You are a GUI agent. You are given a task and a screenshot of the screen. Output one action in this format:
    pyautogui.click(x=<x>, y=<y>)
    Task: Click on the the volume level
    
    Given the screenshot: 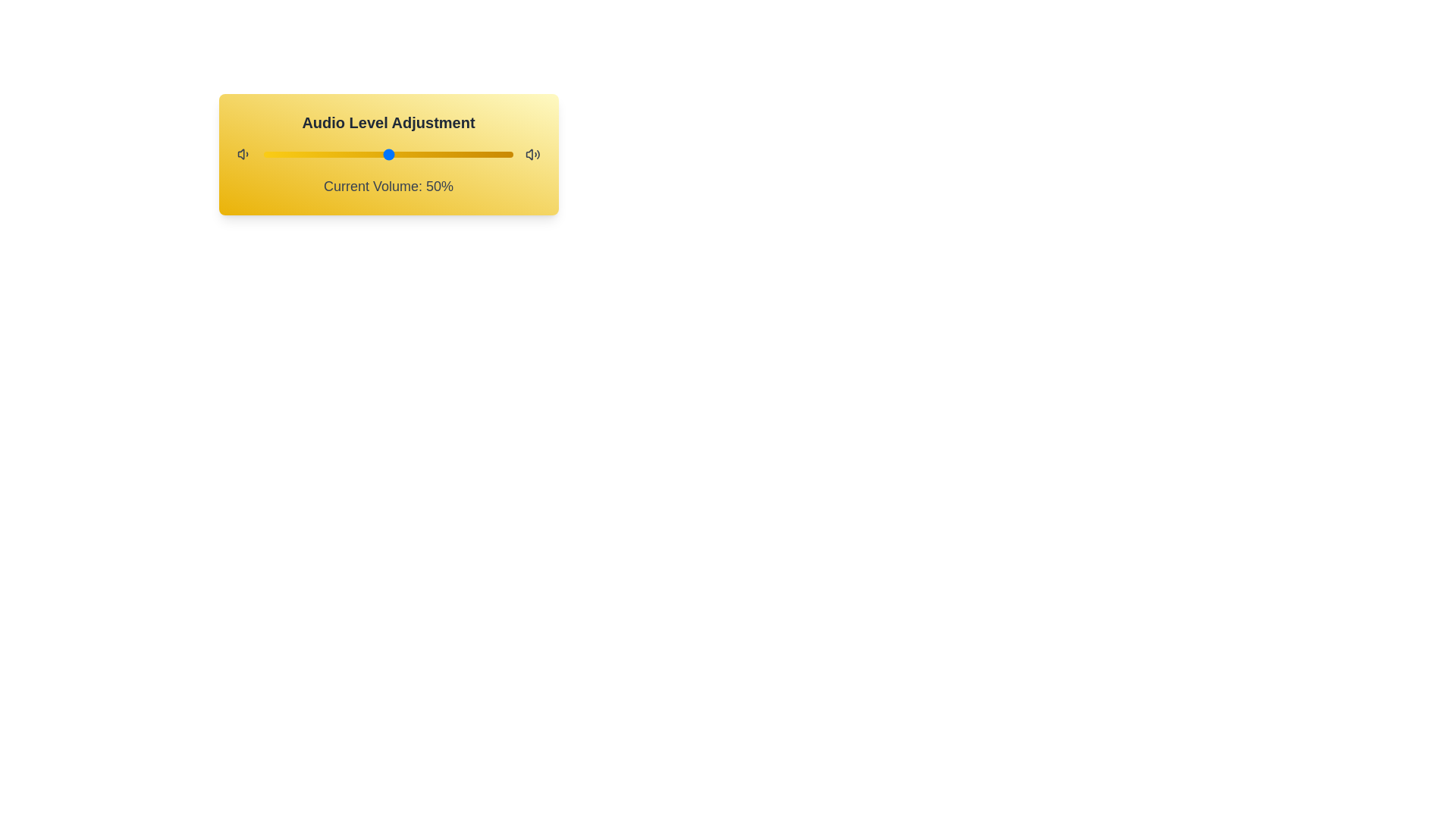 What is the action you would take?
    pyautogui.click(x=310, y=155)
    